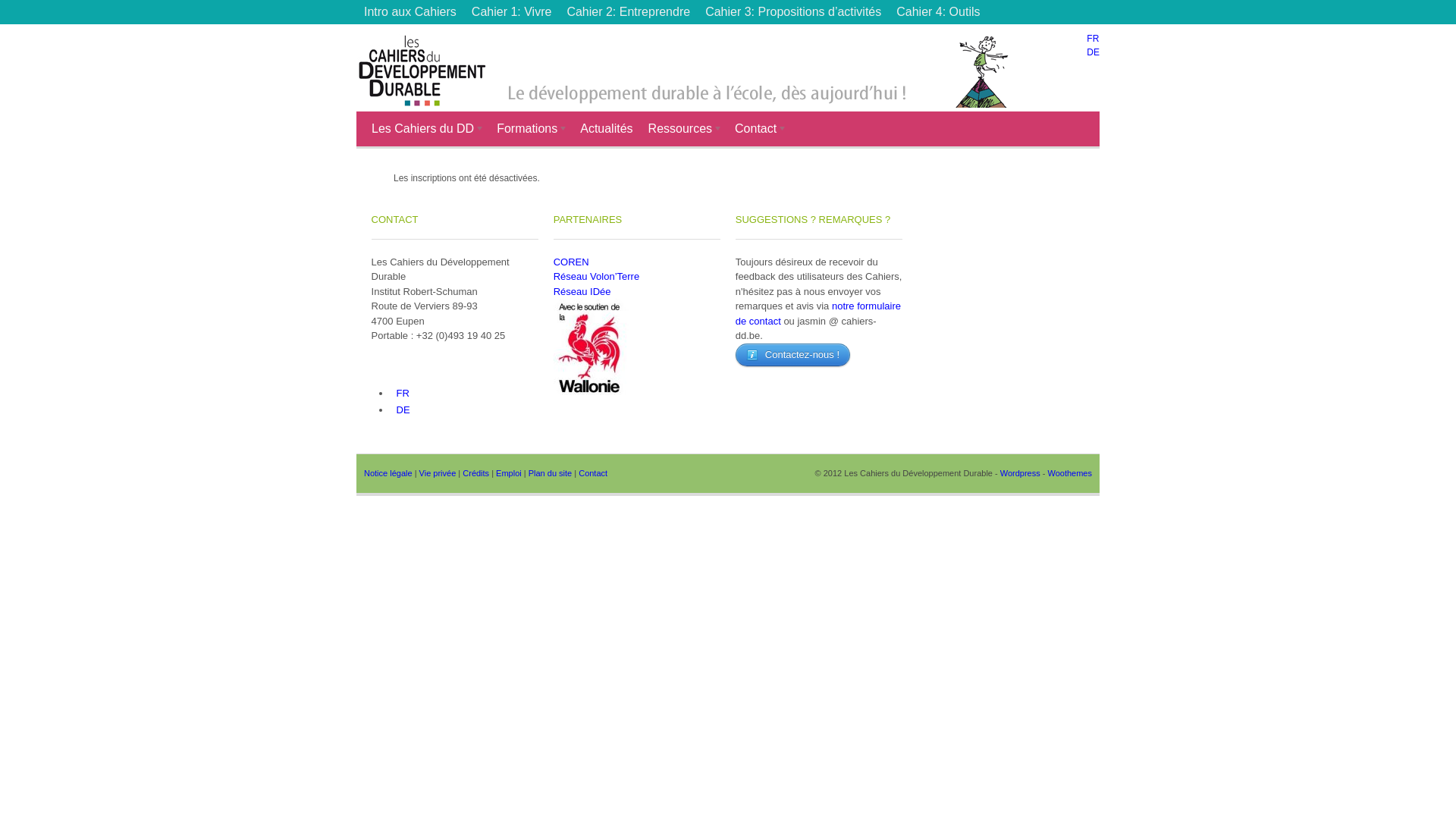 The height and width of the screenshot is (819, 1456). I want to click on 'Wordpress', so click(1020, 472).